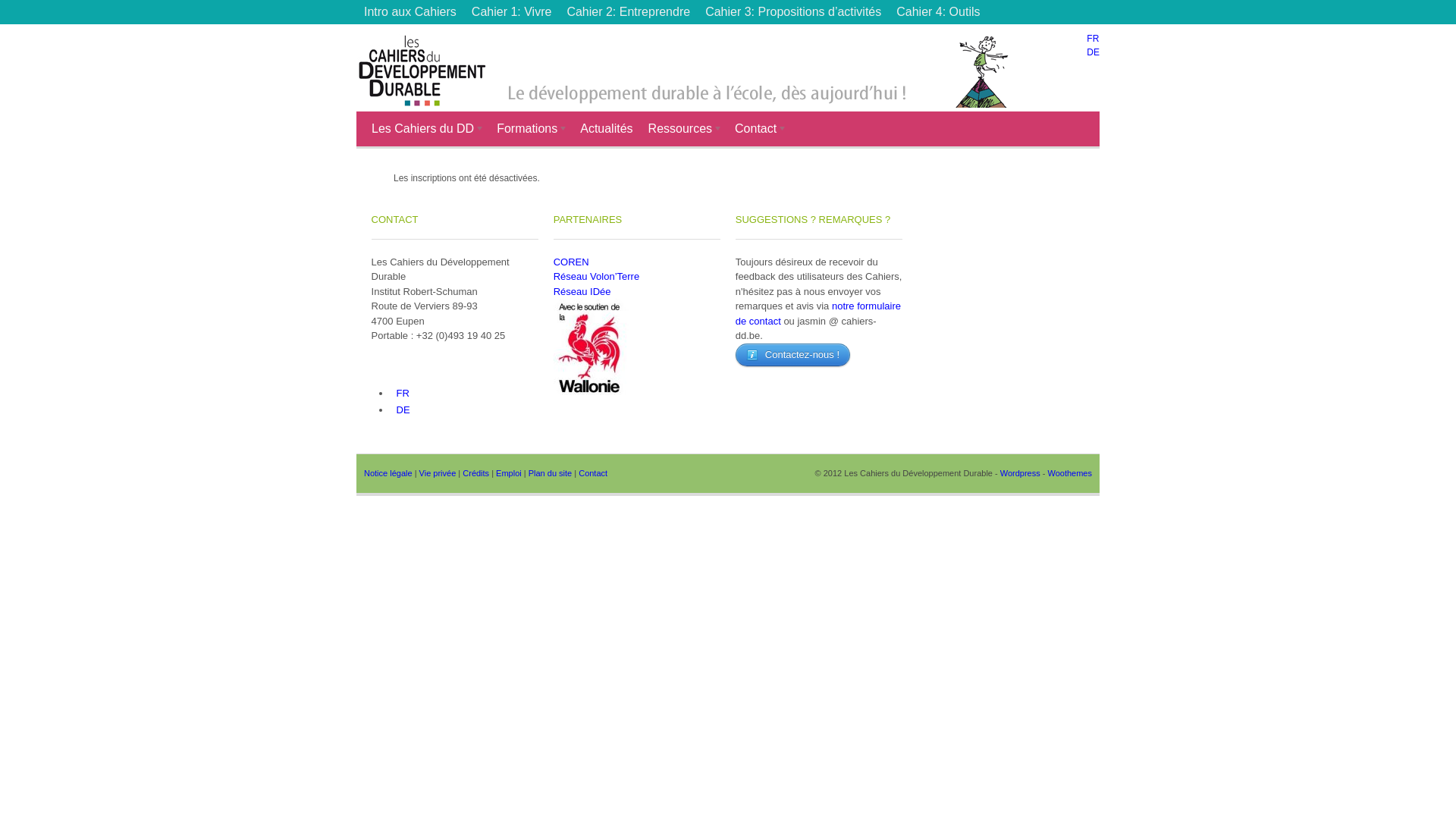 The height and width of the screenshot is (819, 1456). I want to click on 'Wordpress', so click(1020, 472).